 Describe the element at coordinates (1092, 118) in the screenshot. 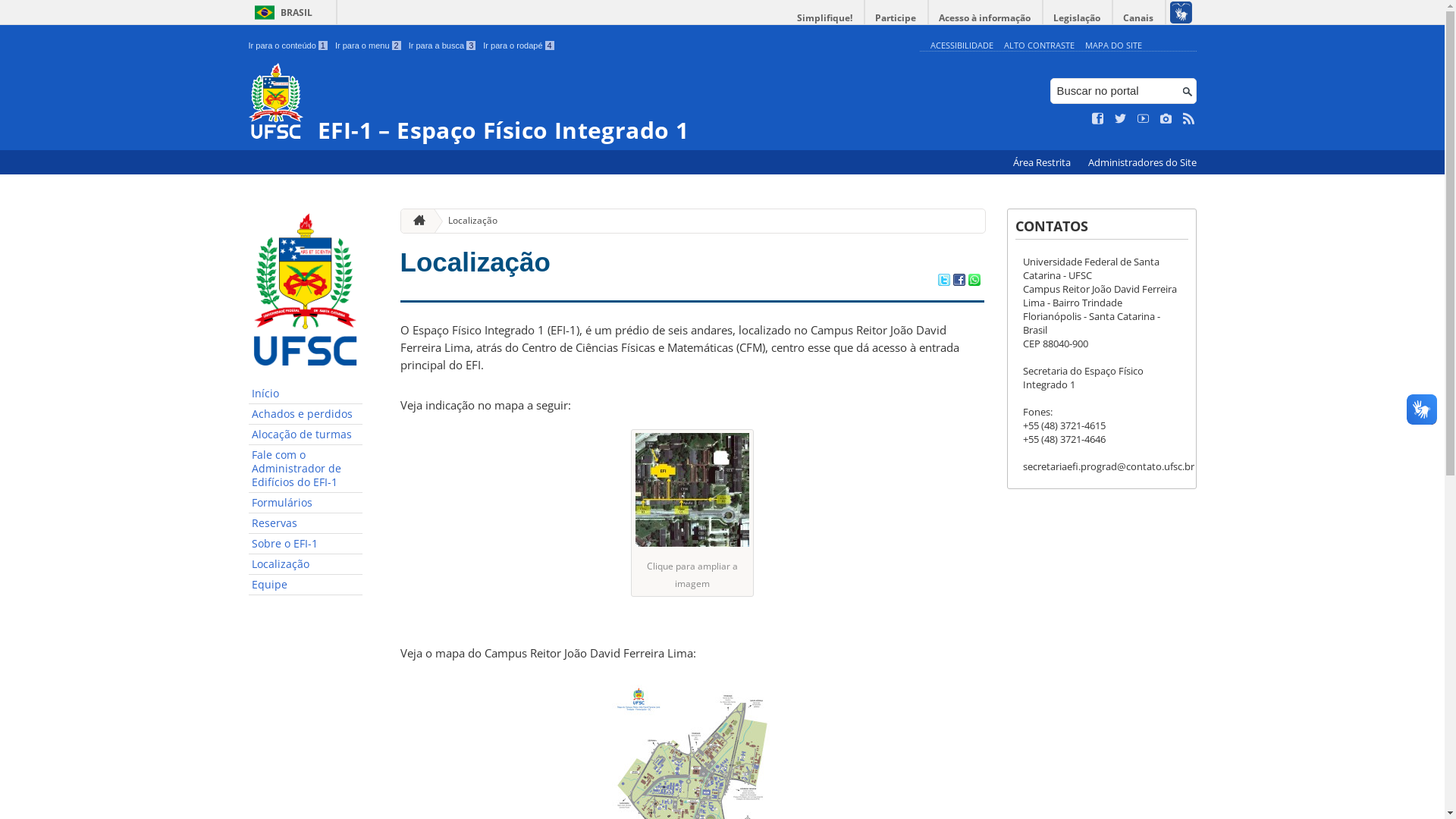

I see `'Curta no Facebook'` at that location.